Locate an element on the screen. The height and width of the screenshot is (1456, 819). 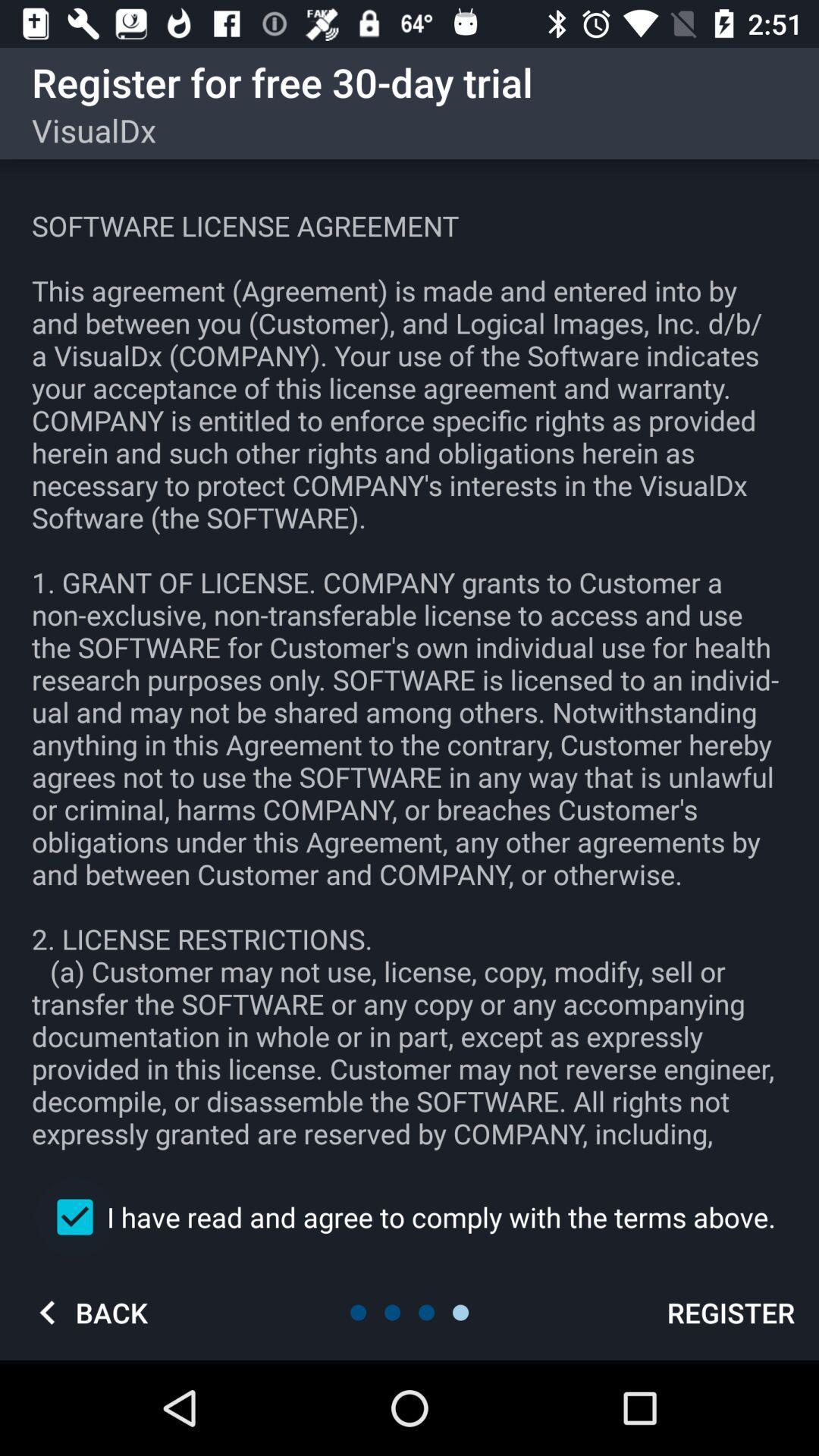
the icon at the bottom left corner is located at coordinates (87, 1312).